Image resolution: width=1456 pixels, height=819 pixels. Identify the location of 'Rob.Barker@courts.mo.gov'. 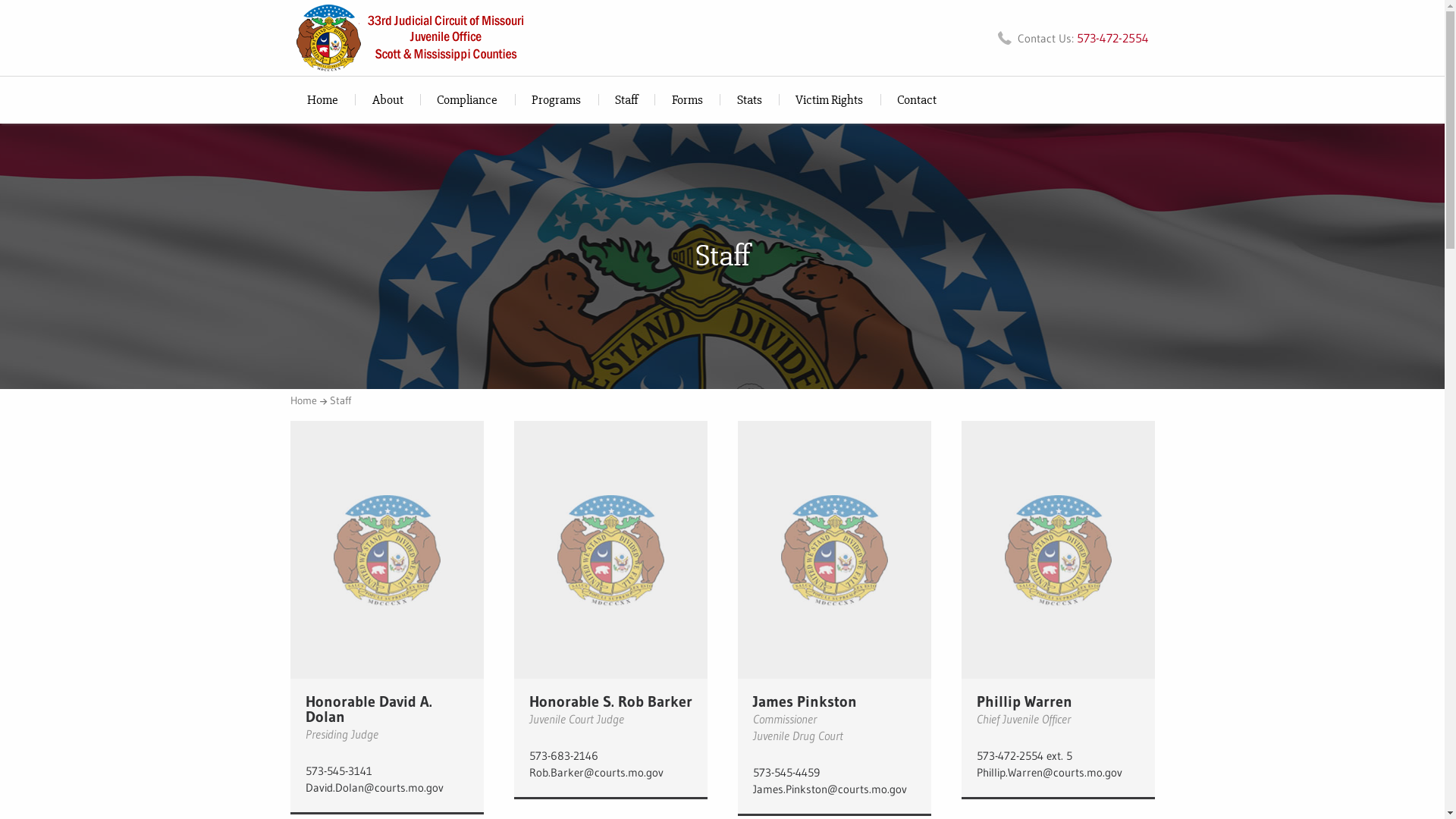
(610, 773).